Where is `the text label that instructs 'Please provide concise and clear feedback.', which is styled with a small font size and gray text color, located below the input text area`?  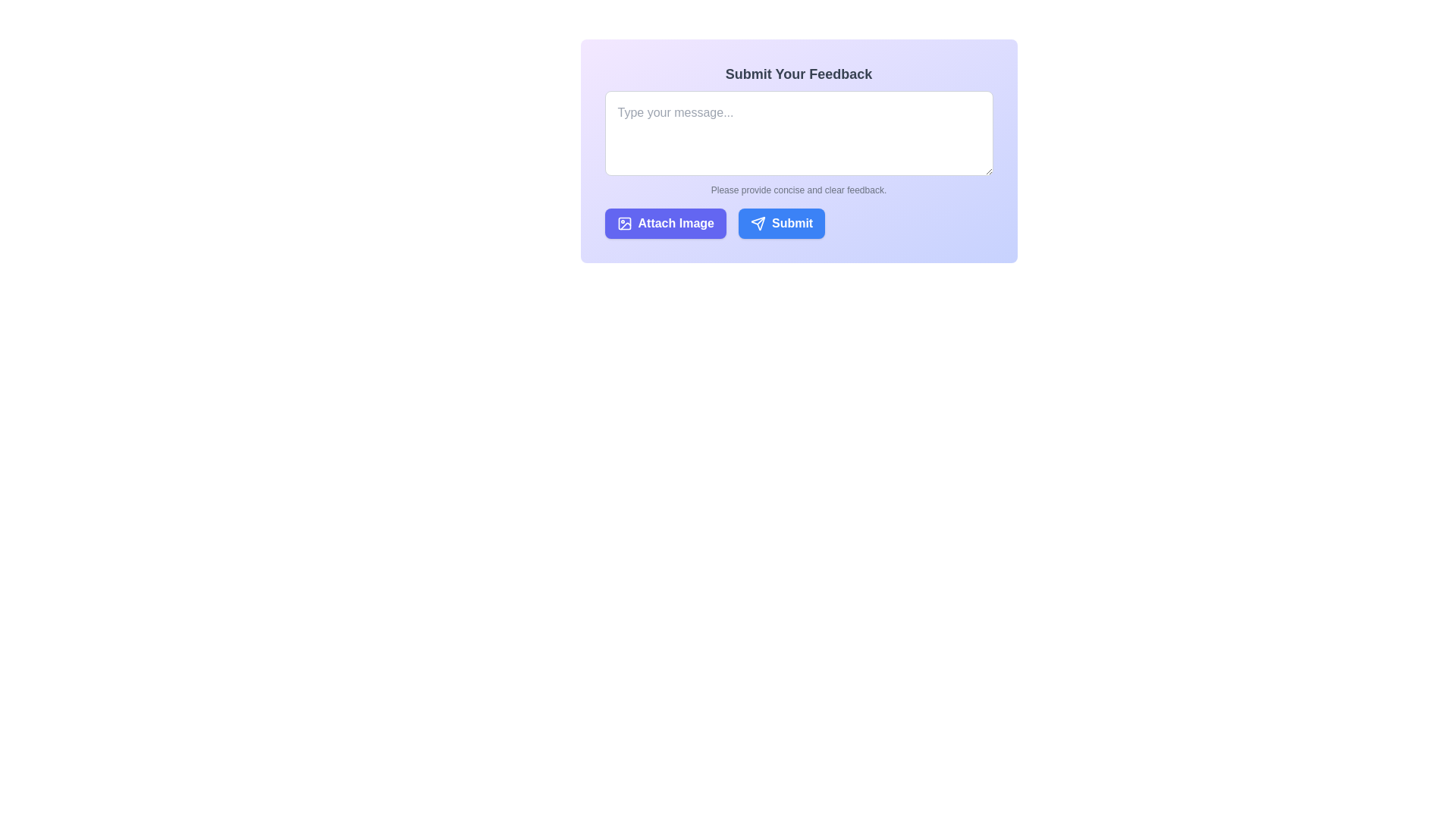
the text label that instructs 'Please provide concise and clear feedback.', which is styled with a small font size and gray text color, located below the input text area is located at coordinates (798, 189).